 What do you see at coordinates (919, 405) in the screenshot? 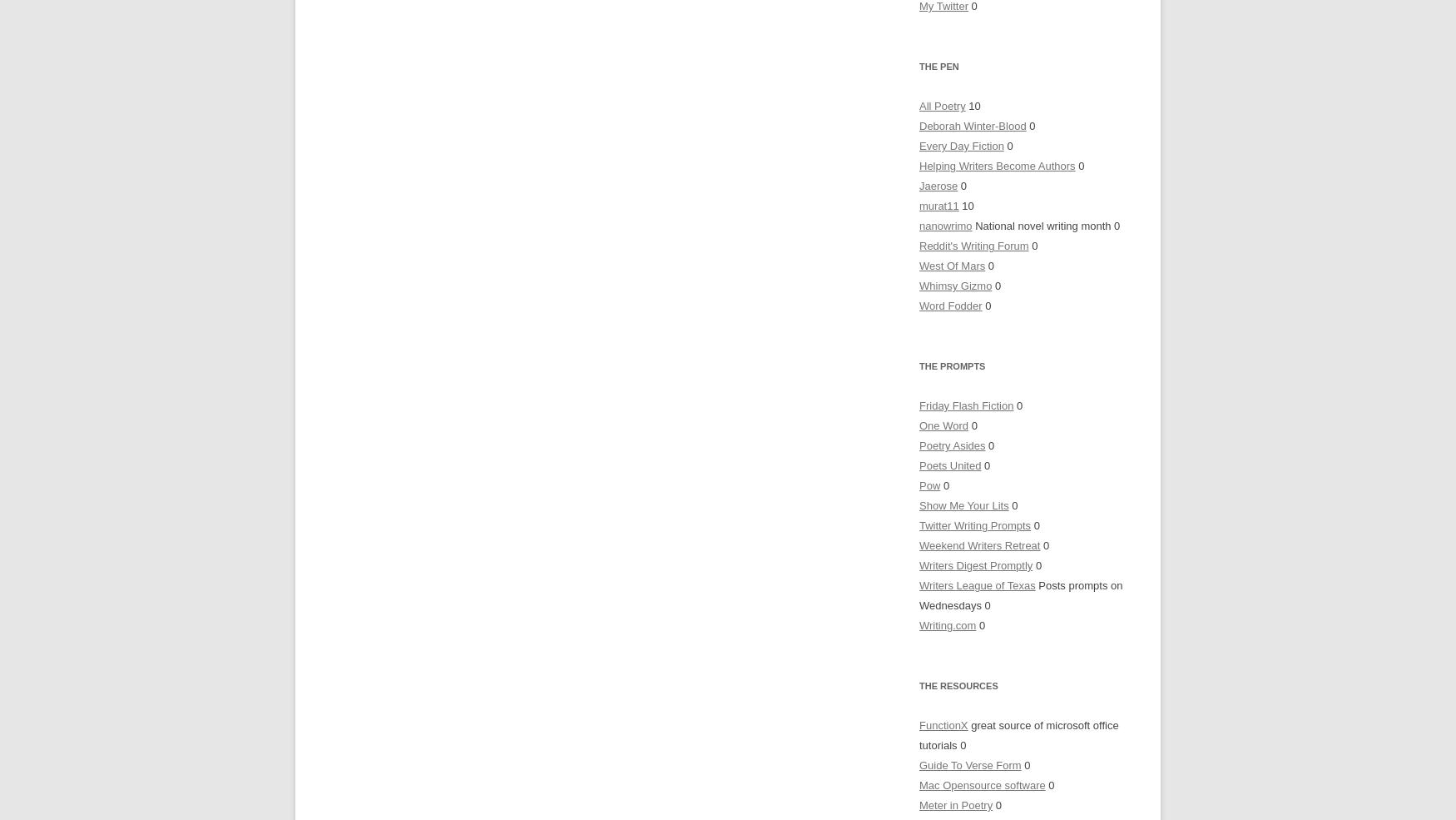
I see `'Friday Flash Fiction'` at bounding box center [919, 405].